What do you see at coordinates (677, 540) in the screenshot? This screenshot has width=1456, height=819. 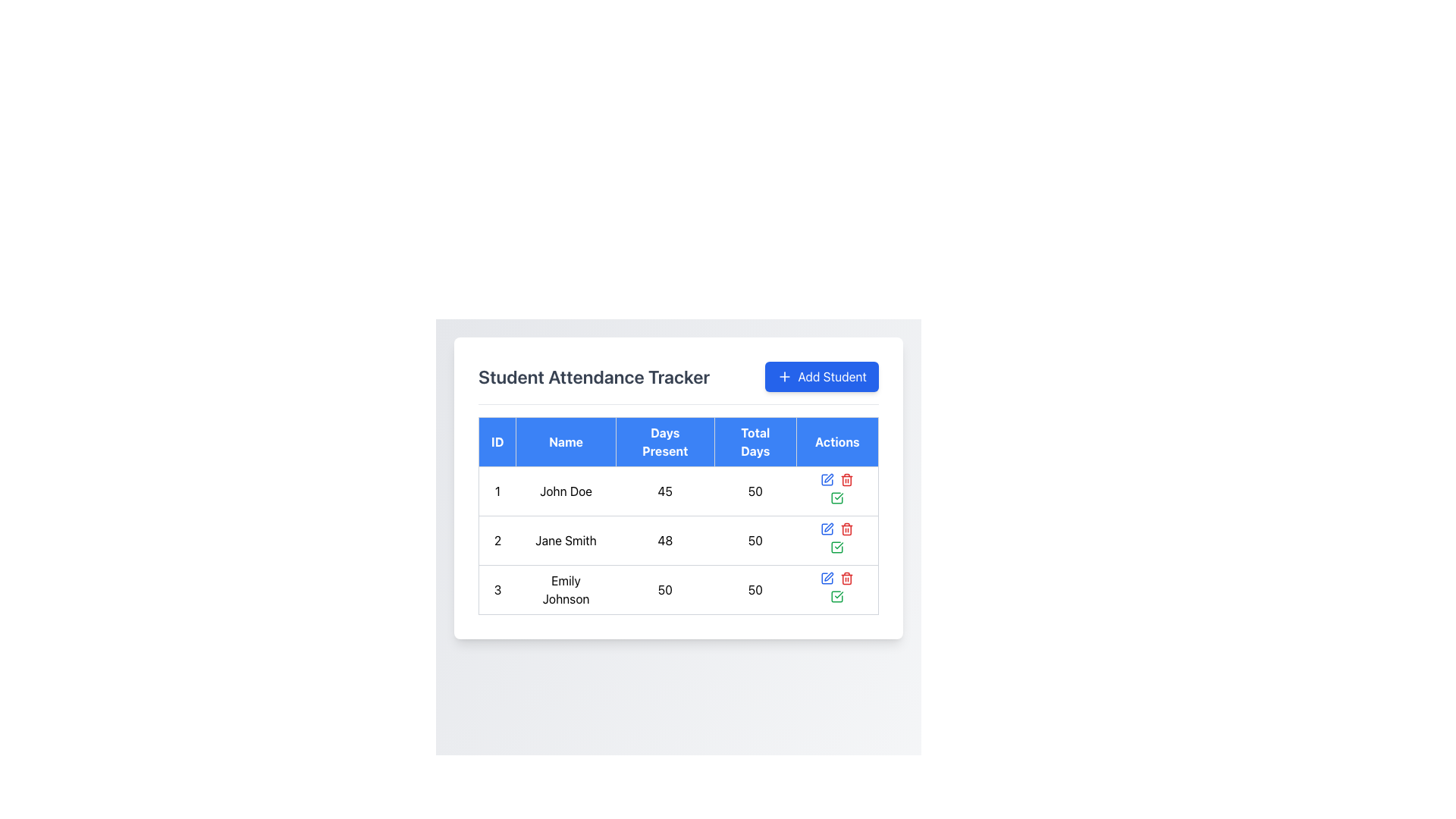 I see `the second row of the student attendance tracking table, which contains details about a student's ID, name, and attendance metrics` at bounding box center [677, 540].